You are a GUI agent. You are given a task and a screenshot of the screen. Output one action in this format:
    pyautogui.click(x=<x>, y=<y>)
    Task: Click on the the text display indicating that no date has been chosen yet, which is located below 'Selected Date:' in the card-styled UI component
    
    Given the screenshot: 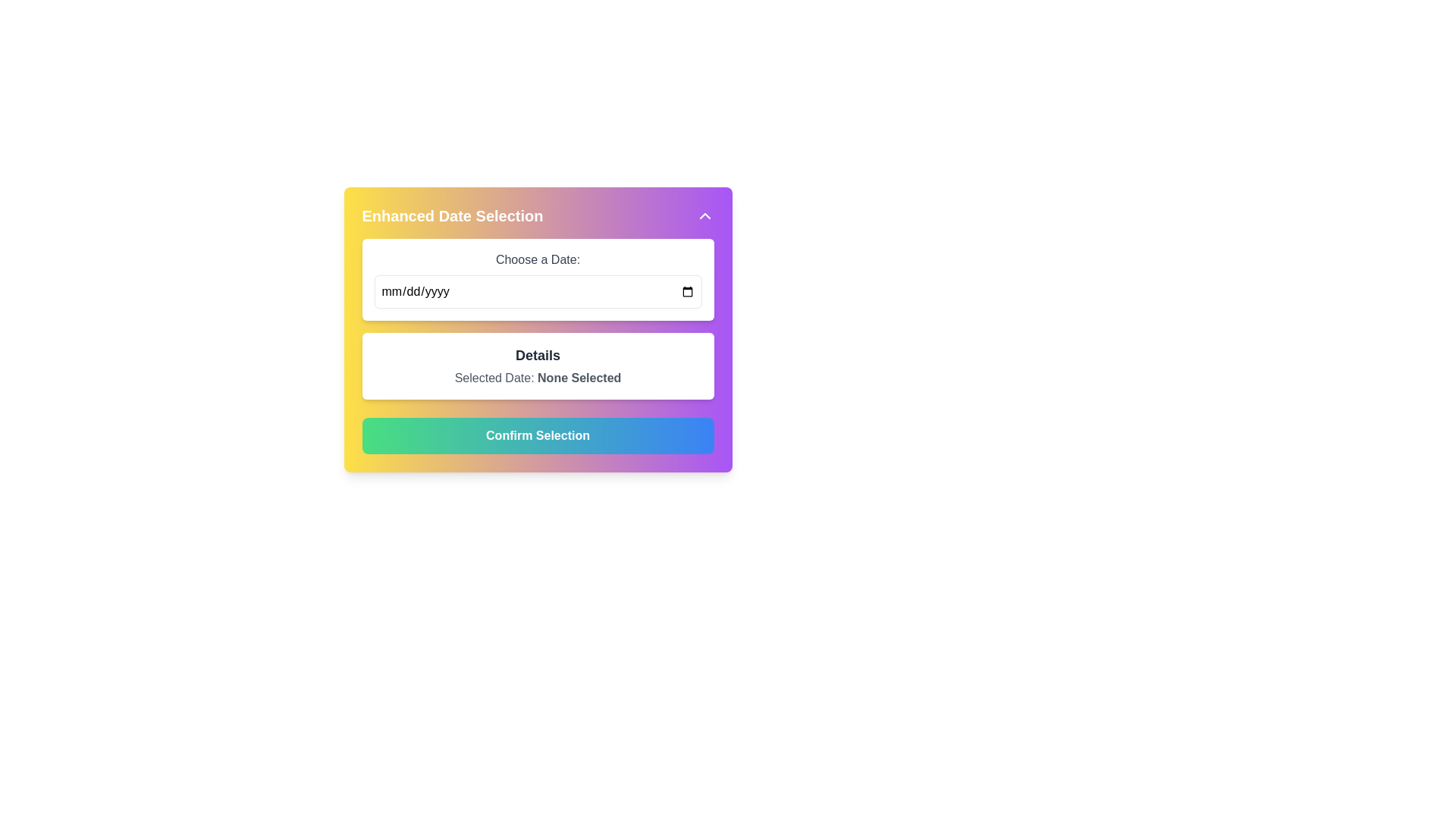 What is the action you would take?
    pyautogui.click(x=579, y=377)
    